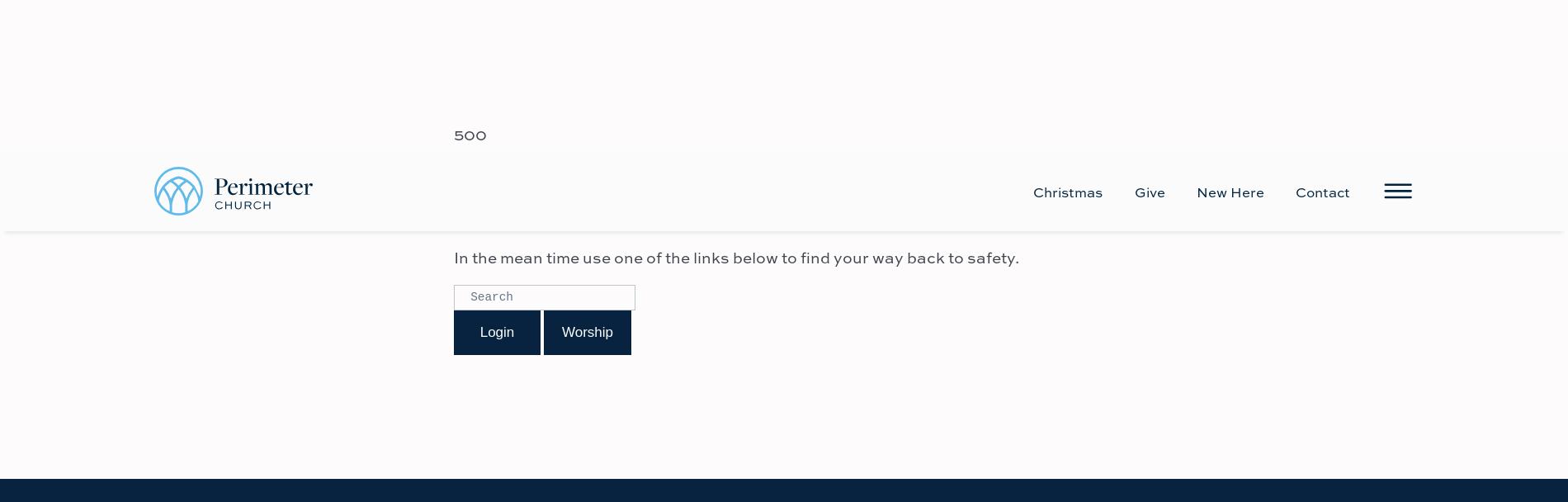 The width and height of the screenshot is (1568, 502). I want to click on 'Worship', so click(587, 179).